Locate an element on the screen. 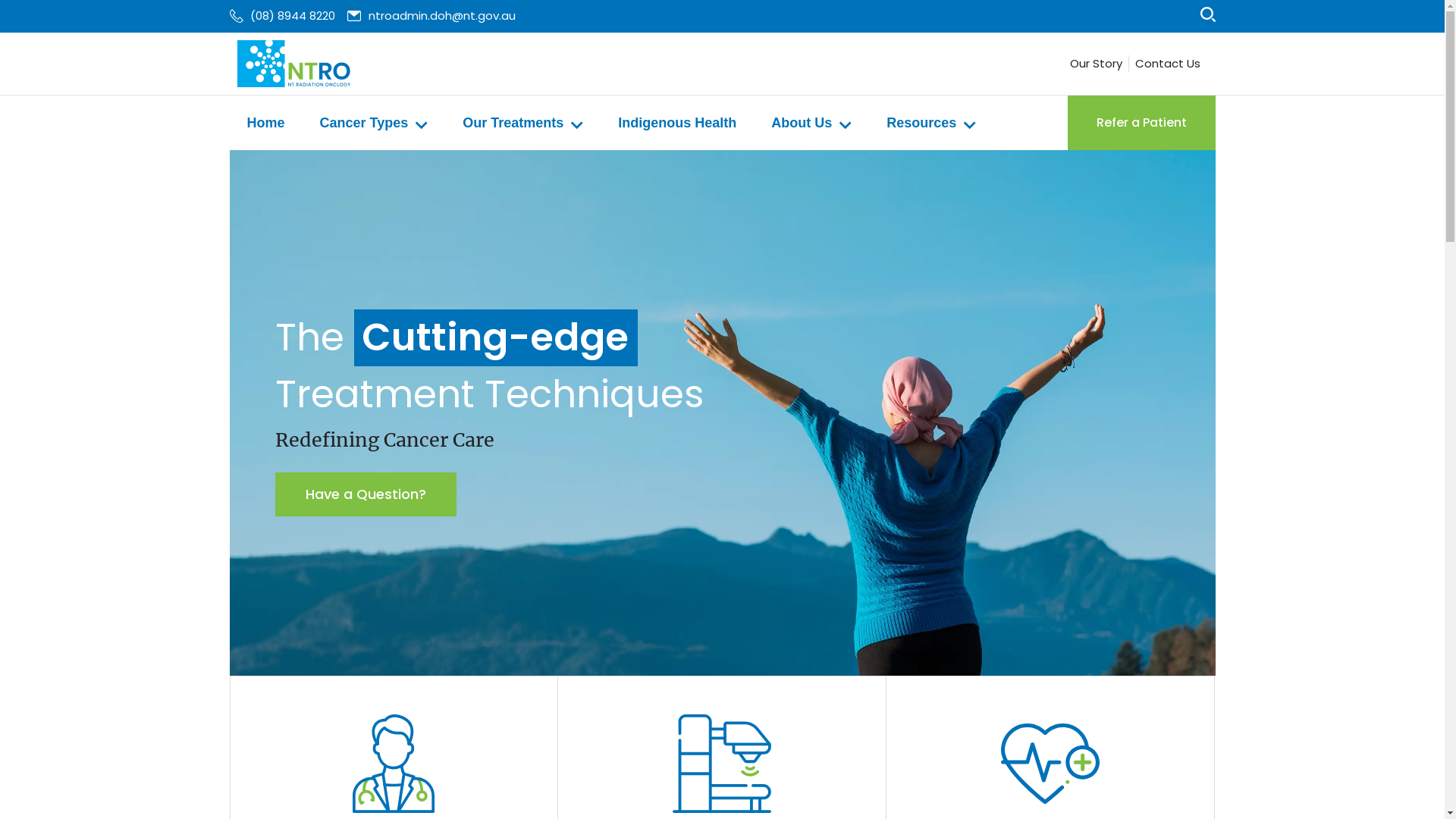 The width and height of the screenshot is (1456, 819). 'Have a Question?' is located at coordinates (274, 494).